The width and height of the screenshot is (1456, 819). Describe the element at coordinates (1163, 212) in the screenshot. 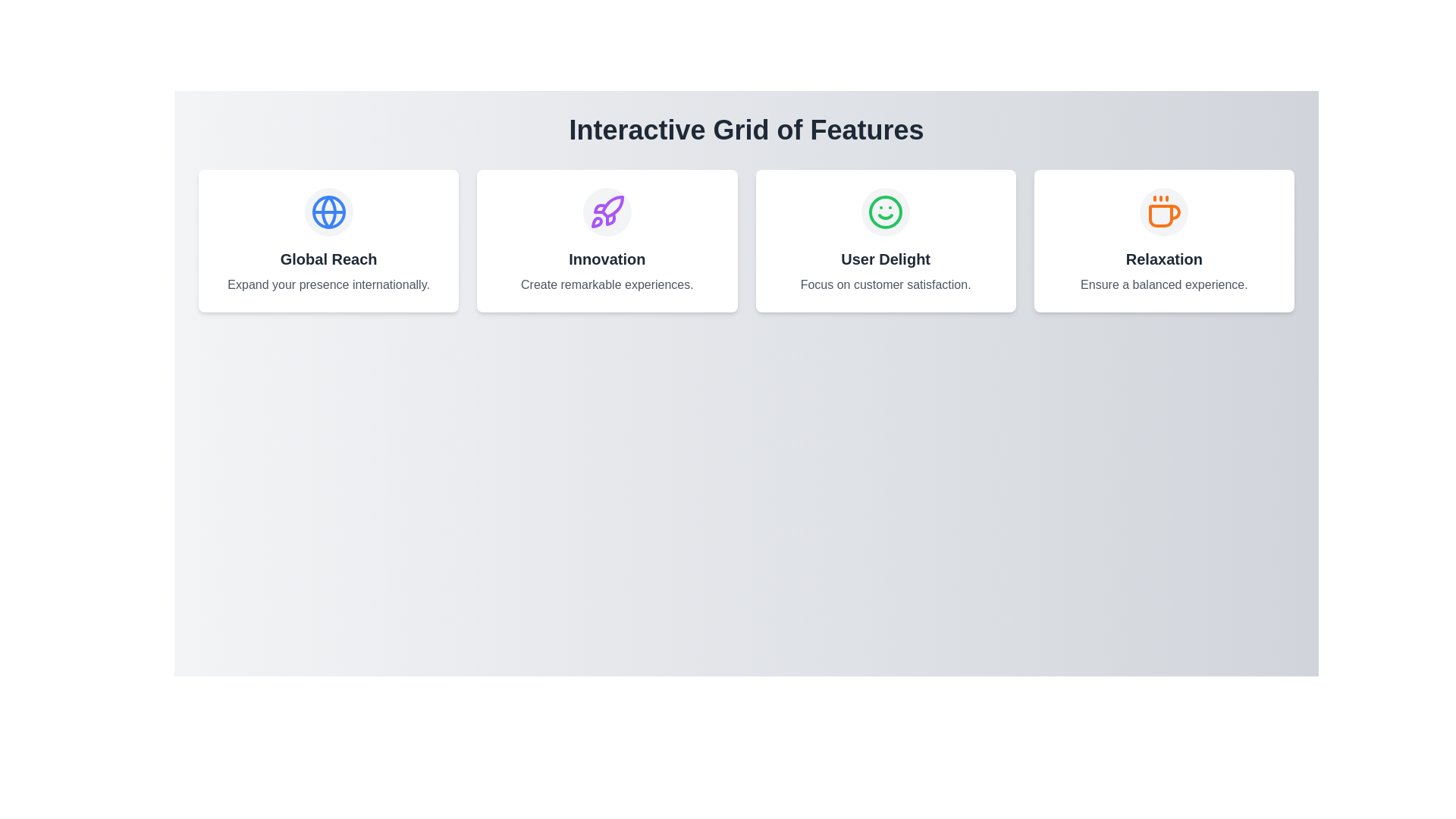

I see `the decorative icon within the fourth feature card labeled 'Relaxation', which is positioned in a horizontal grid layout` at that location.